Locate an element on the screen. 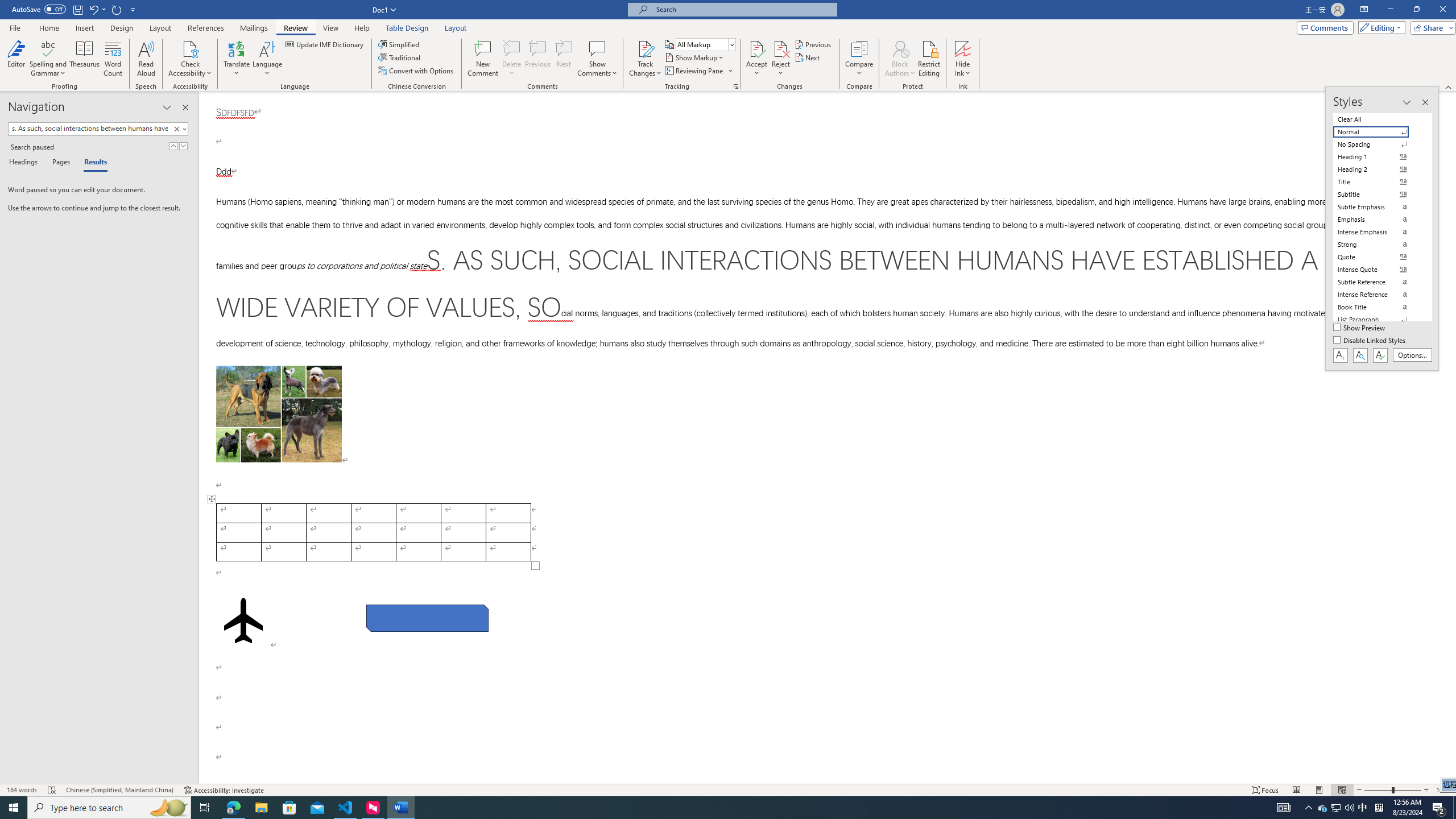  'Options...' is located at coordinates (1412, 355).